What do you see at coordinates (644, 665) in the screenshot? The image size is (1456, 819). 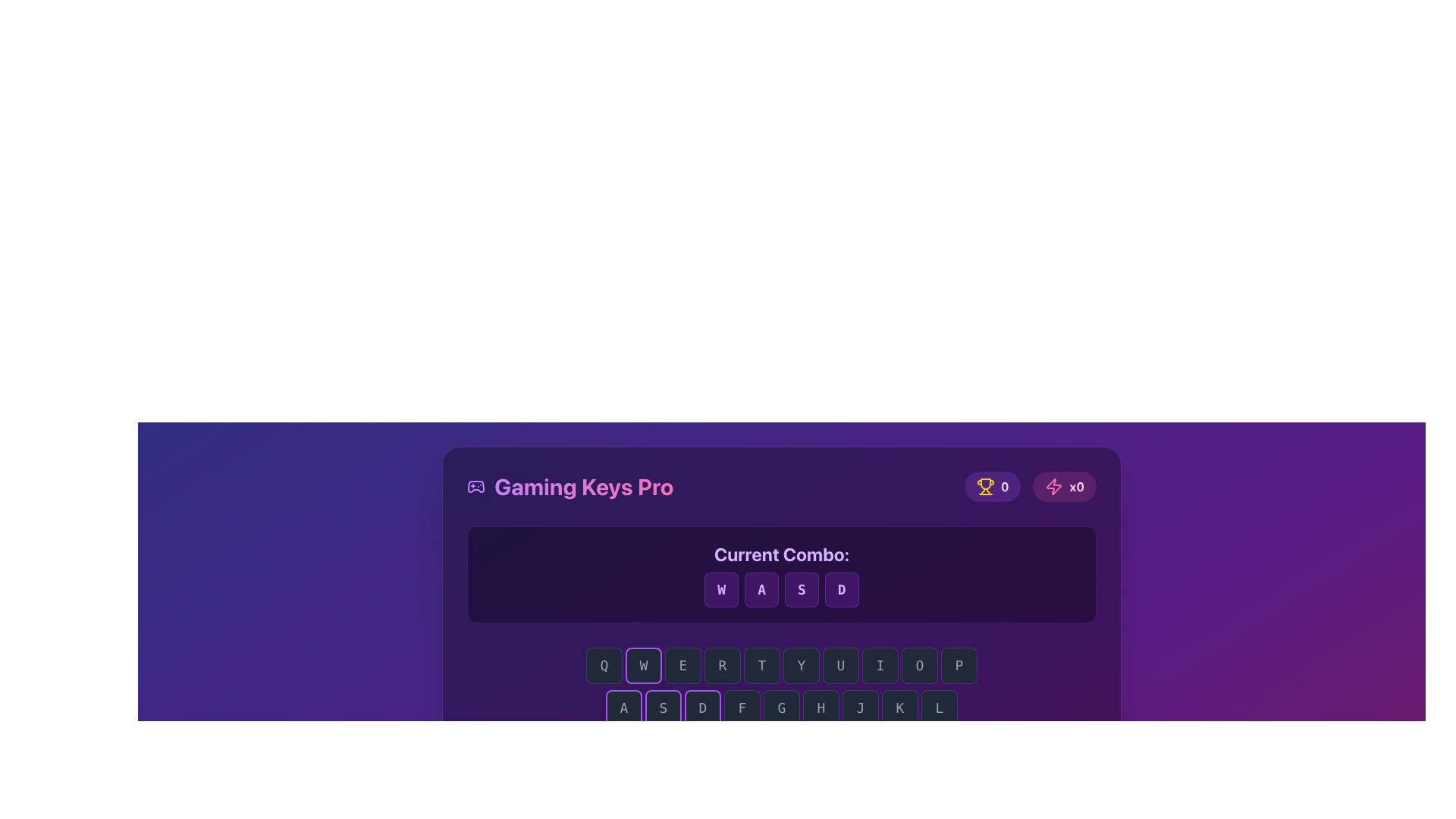 I see `the button representing the letter 'W' in the interactive keyboard layout` at bounding box center [644, 665].